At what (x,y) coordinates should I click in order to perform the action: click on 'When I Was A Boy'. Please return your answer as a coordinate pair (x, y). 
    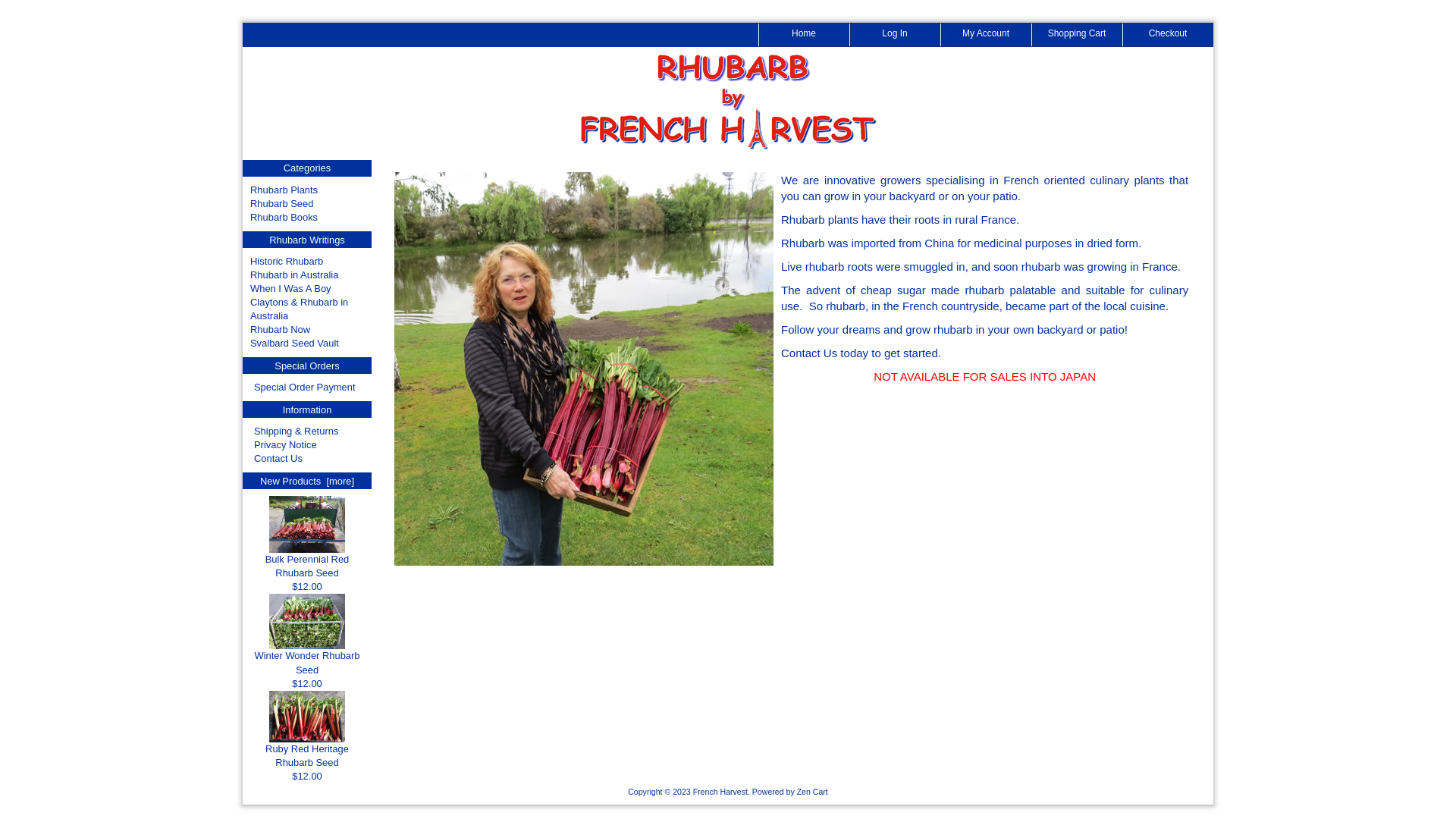
    Looking at the image, I should click on (290, 288).